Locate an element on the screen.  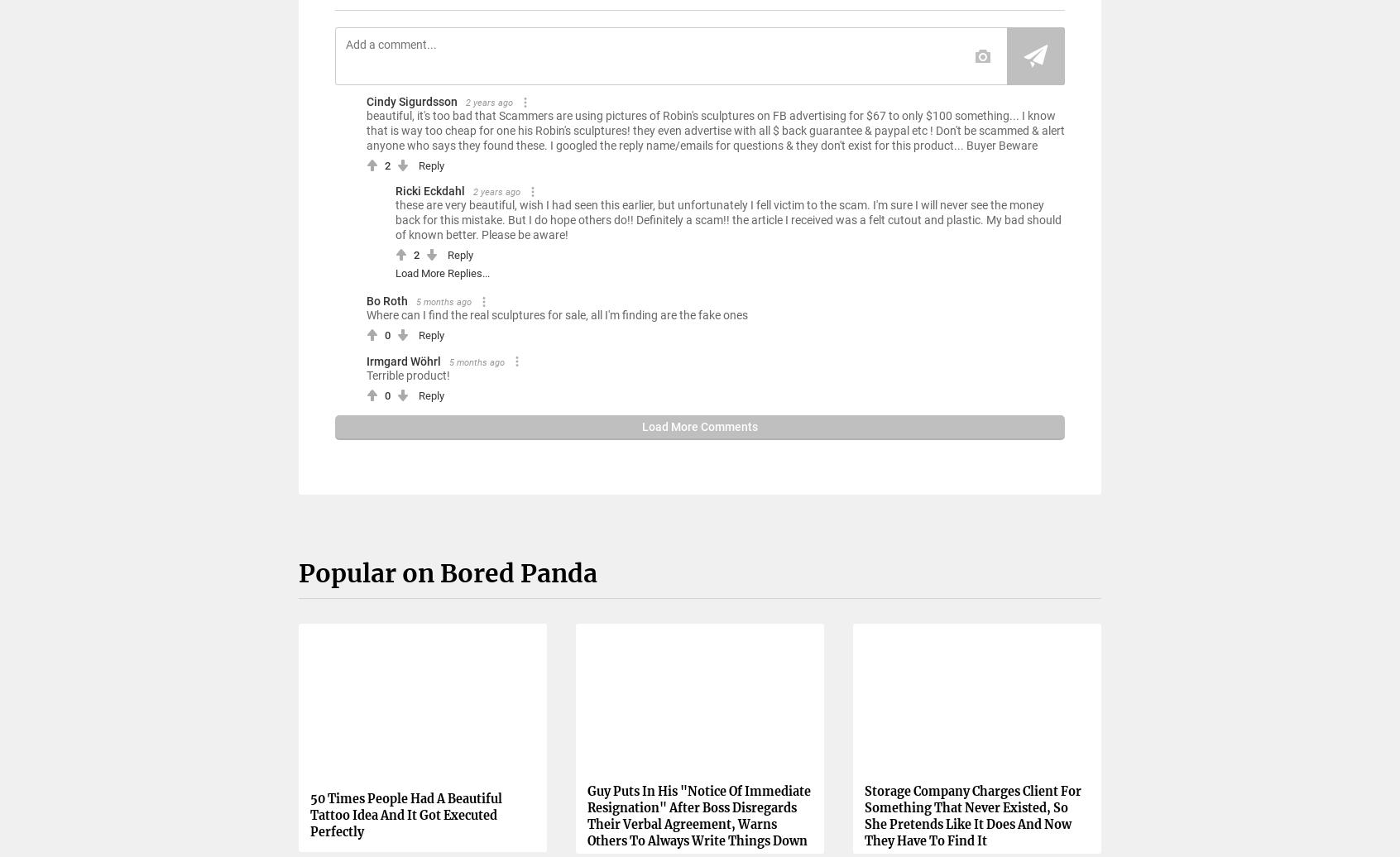
'Load More Replies...' is located at coordinates (443, 272).